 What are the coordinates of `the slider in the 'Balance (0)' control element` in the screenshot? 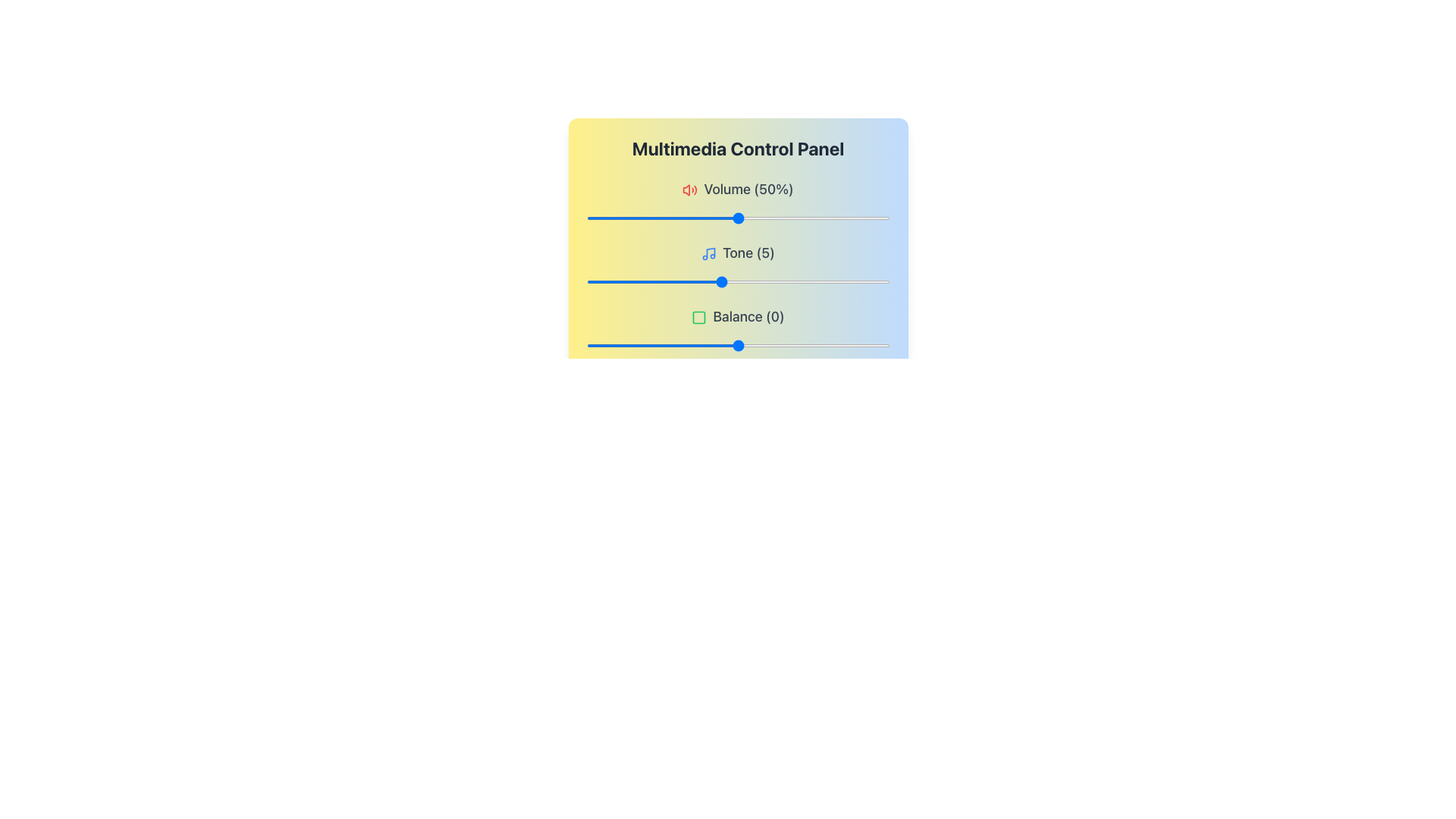 It's located at (738, 328).